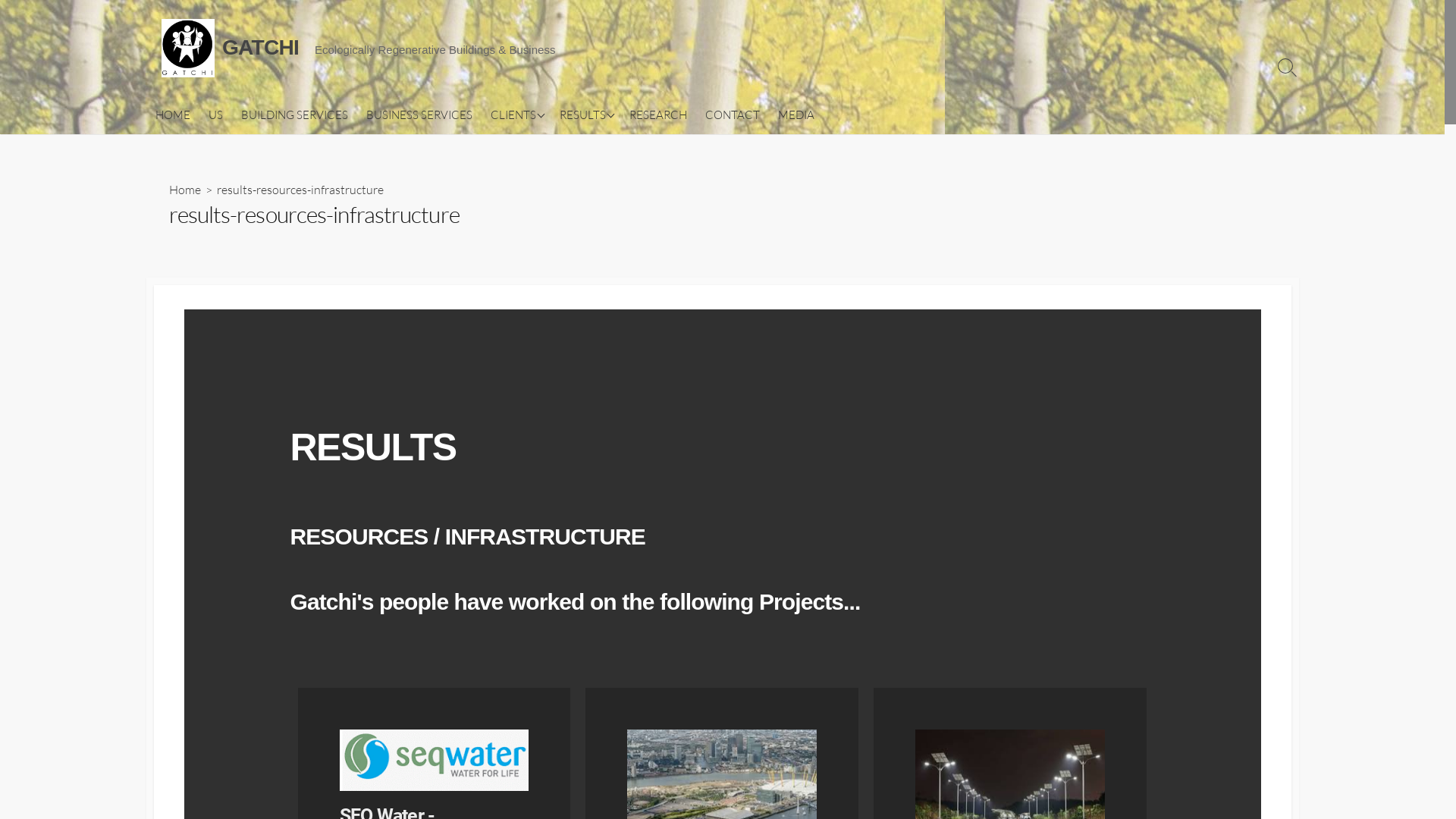 This screenshot has width=1456, height=819. I want to click on 'Developers', so click(556, 140).